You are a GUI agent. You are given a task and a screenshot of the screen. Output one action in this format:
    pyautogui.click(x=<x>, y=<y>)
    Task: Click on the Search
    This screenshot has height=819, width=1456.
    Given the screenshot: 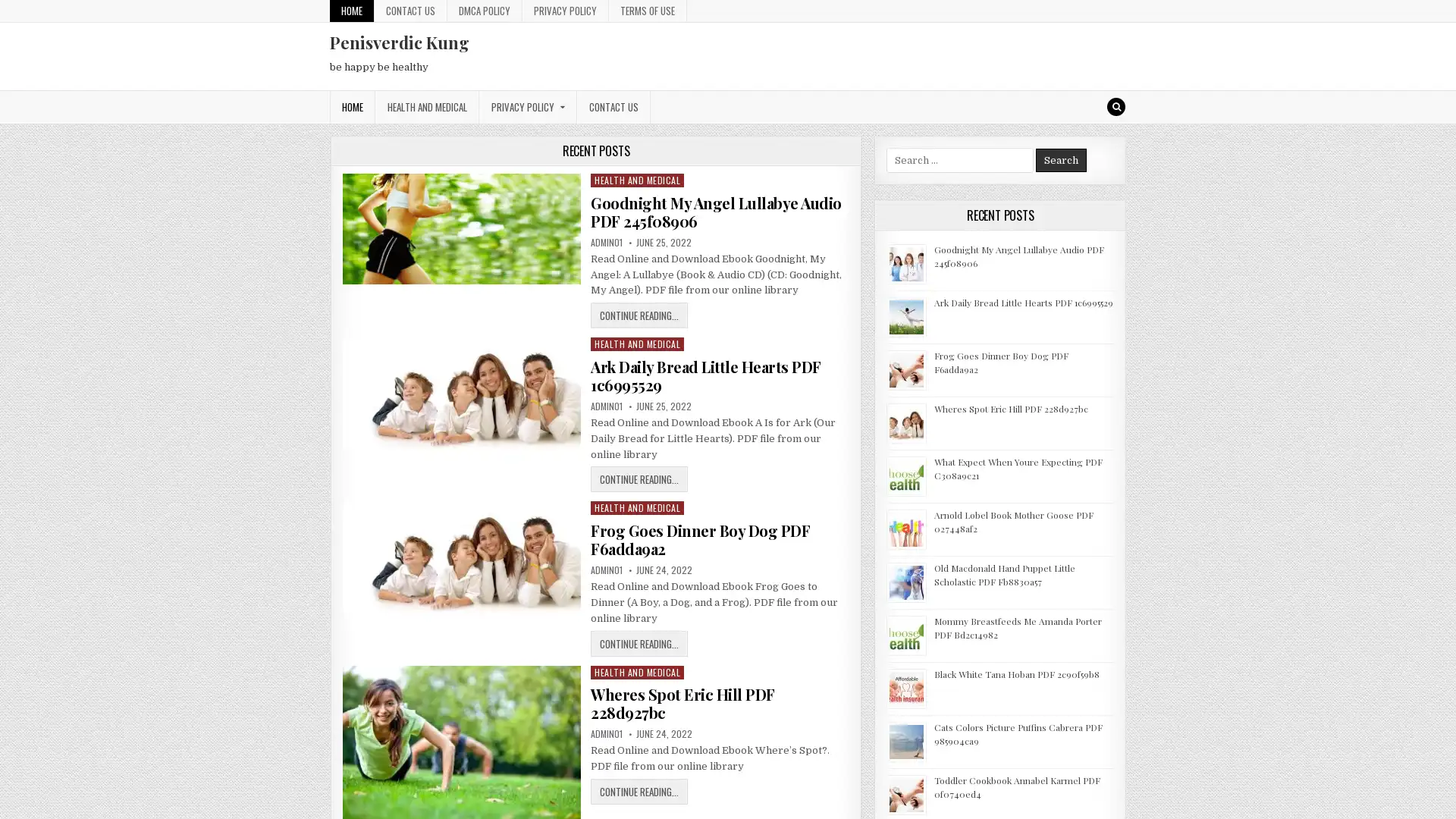 What is the action you would take?
    pyautogui.click(x=1060, y=160)
    